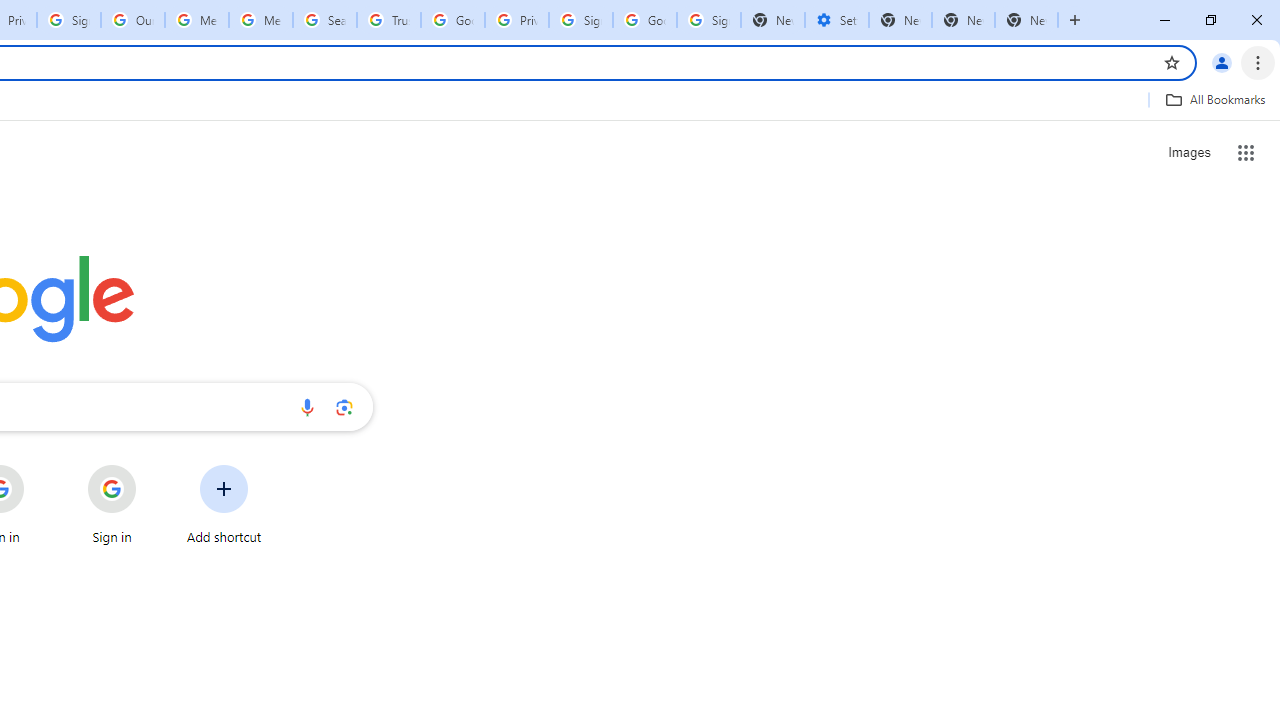 This screenshot has height=720, width=1280. What do you see at coordinates (452, 20) in the screenshot?
I see `'Google Ads - Sign in'` at bounding box center [452, 20].